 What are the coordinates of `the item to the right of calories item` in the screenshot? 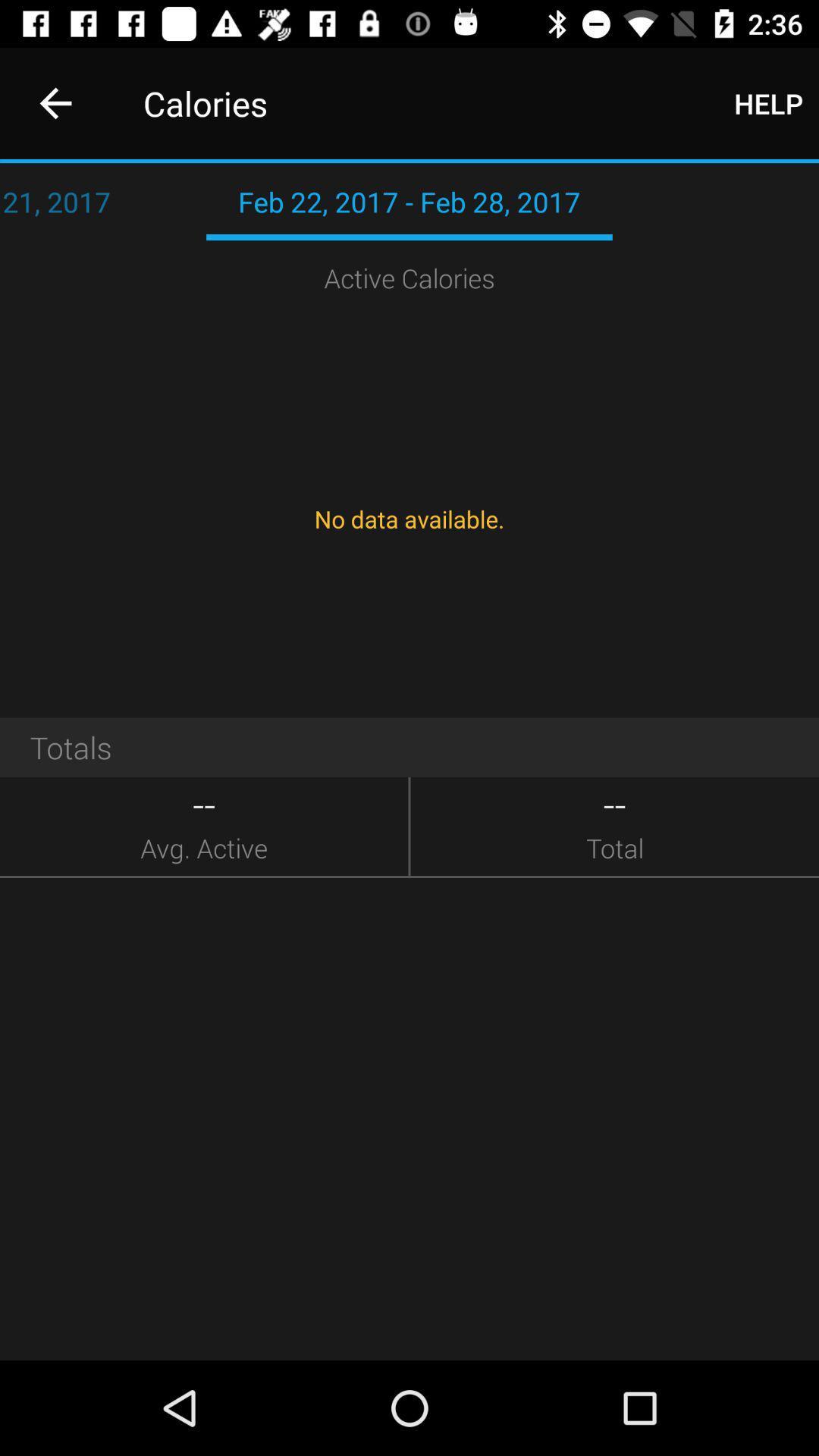 It's located at (768, 102).